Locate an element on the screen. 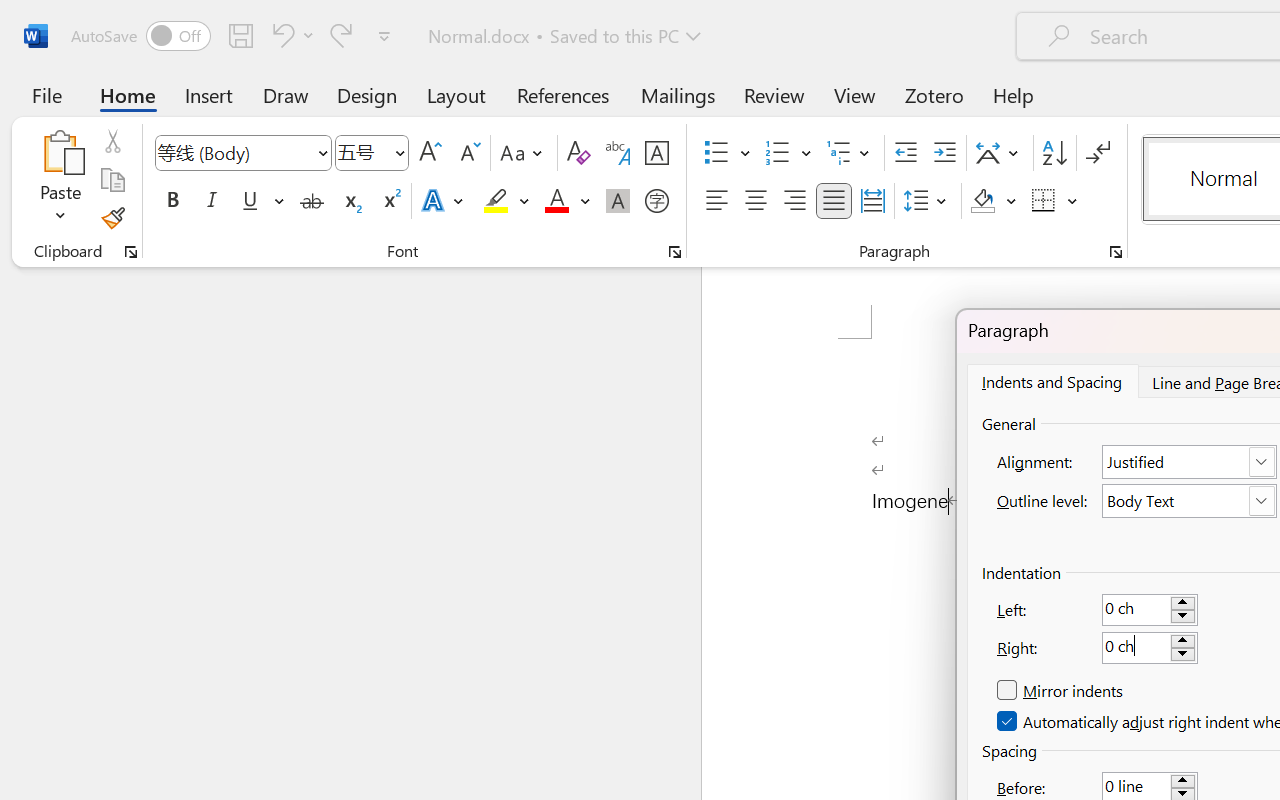 This screenshot has height=800, width=1280. 'Font...' is located at coordinates (675, 251).